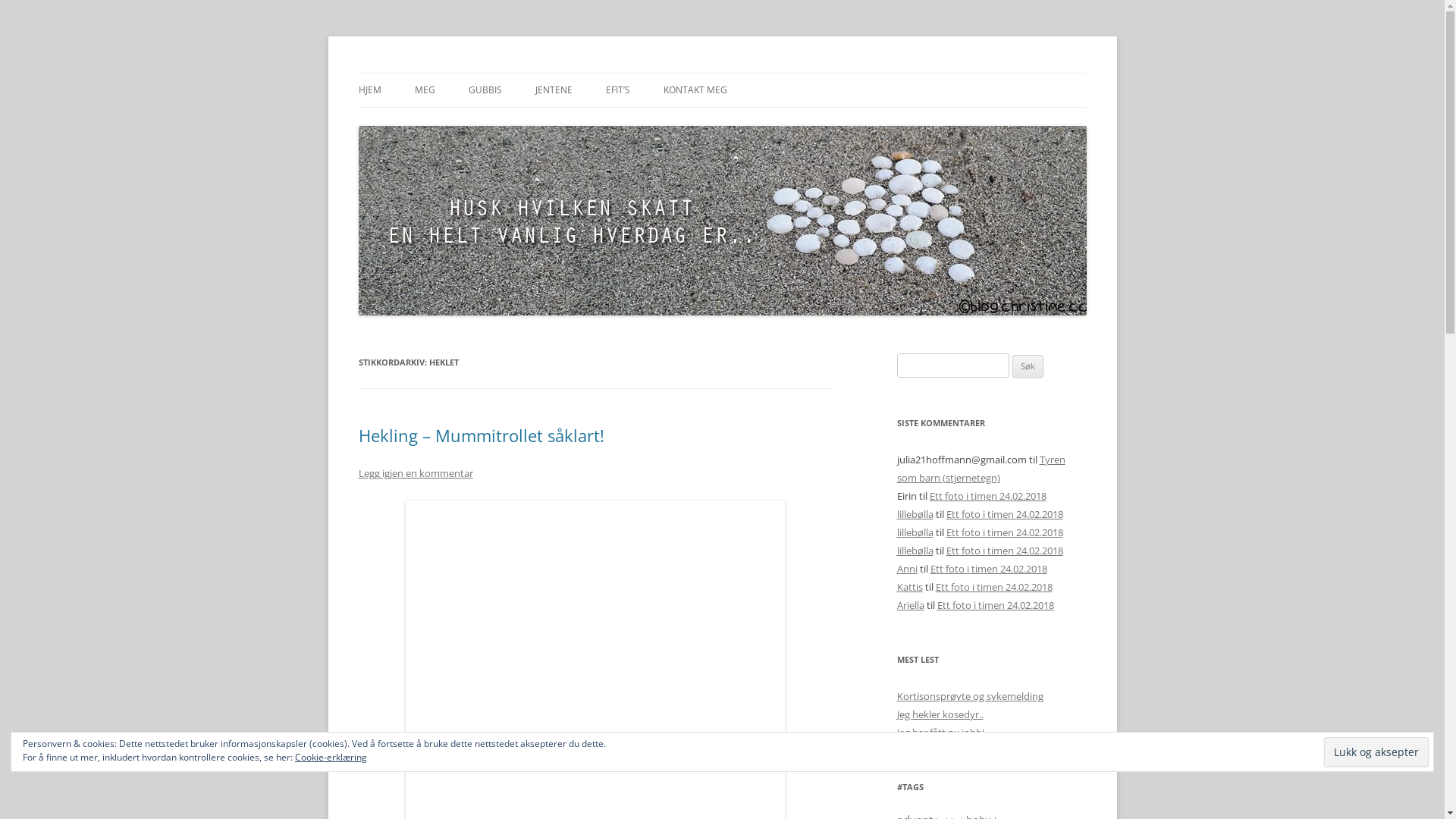 This screenshot has height=819, width=1456. What do you see at coordinates (484, 90) in the screenshot?
I see `'GUBBIS'` at bounding box center [484, 90].